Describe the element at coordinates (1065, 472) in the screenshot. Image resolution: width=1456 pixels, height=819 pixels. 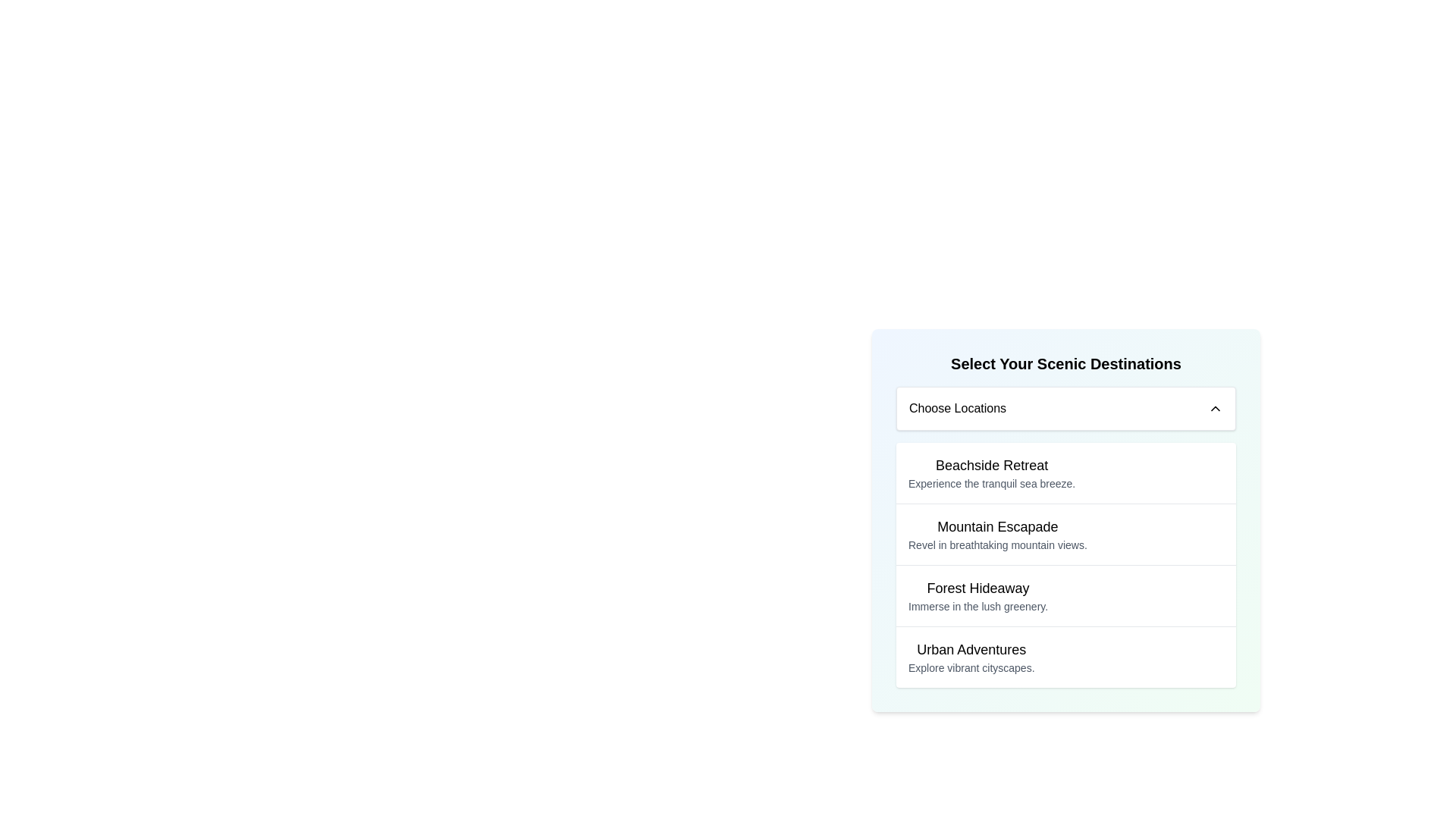
I see `the first selectable list item labeled 'Beachside Retreat'` at that location.